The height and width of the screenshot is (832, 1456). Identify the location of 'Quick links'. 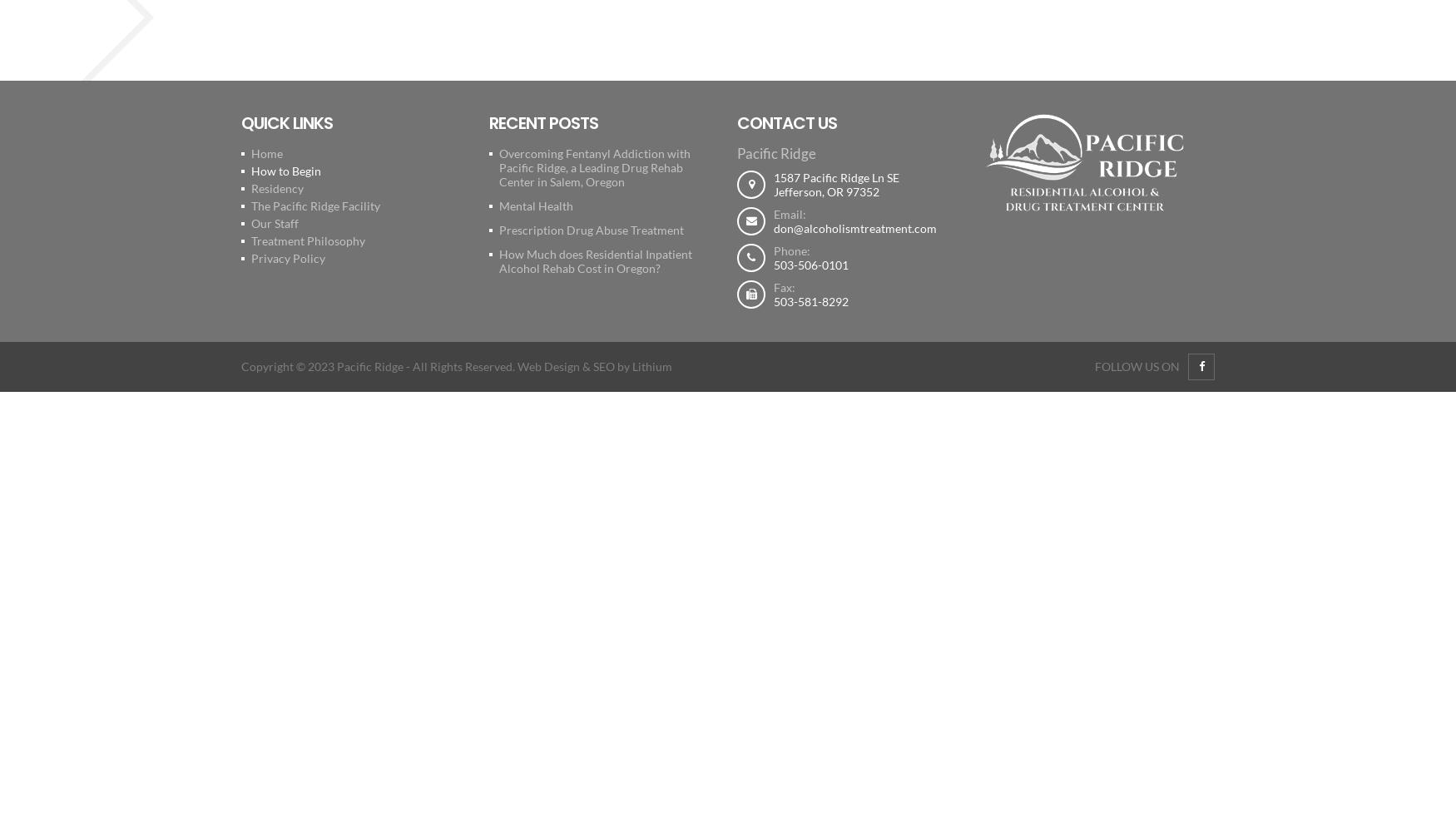
(286, 123).